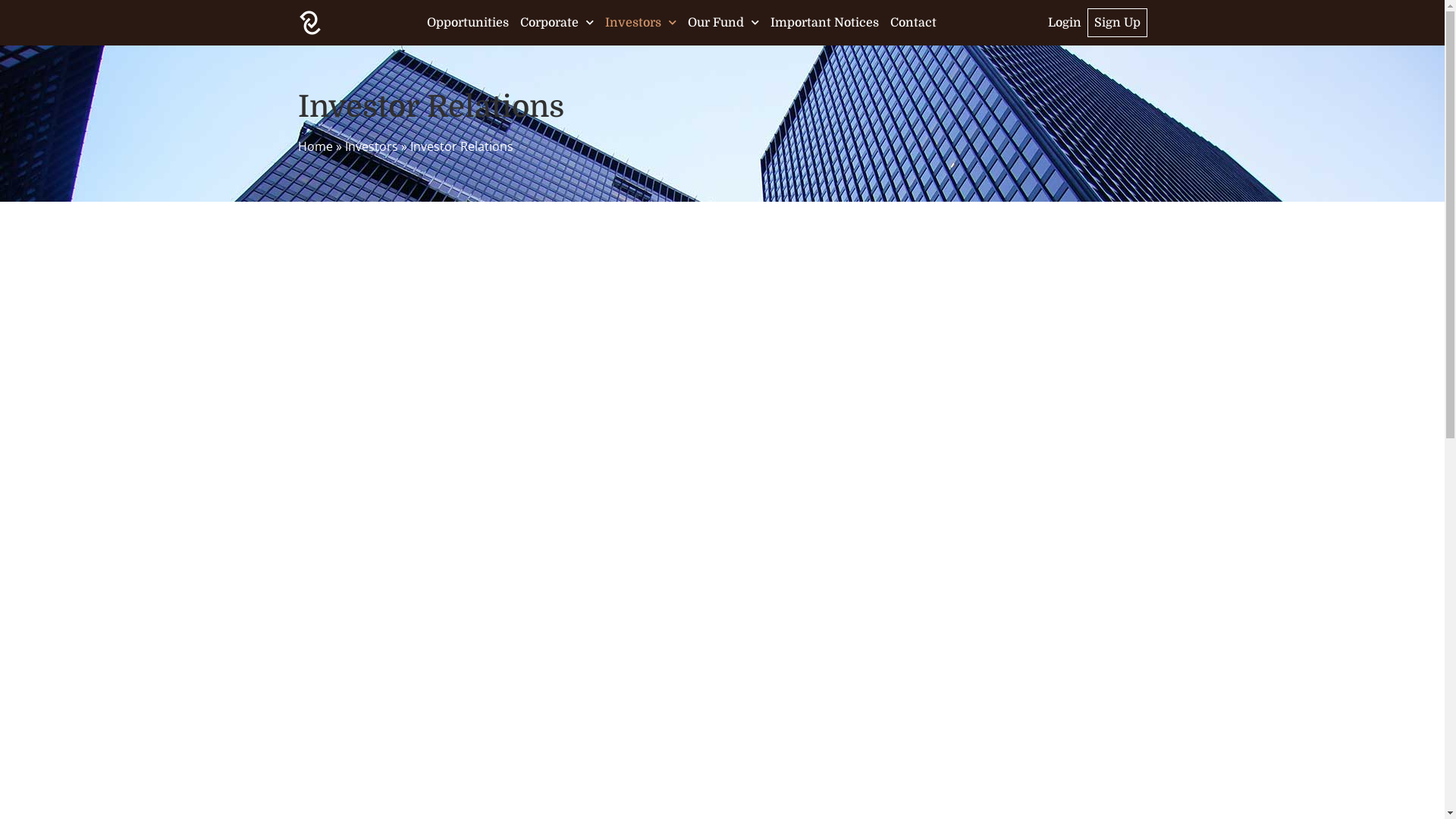 The width and height of the screenshot is (1456, 819). Describe the element at coordinates (313, 146) in the screenshot. I see `'Home'` at that location.